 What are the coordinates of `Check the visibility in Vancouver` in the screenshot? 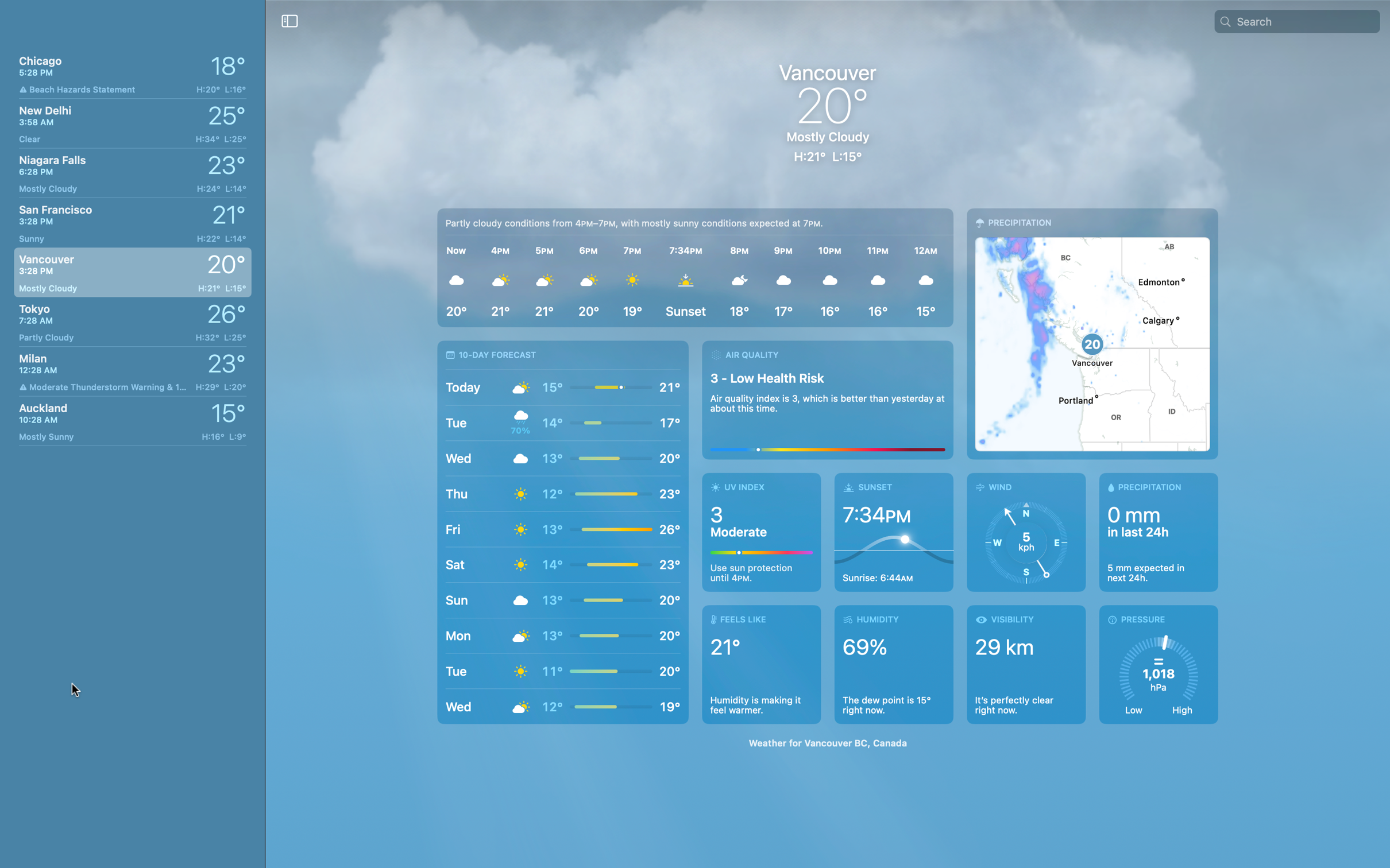 It's located at (1025, 663).